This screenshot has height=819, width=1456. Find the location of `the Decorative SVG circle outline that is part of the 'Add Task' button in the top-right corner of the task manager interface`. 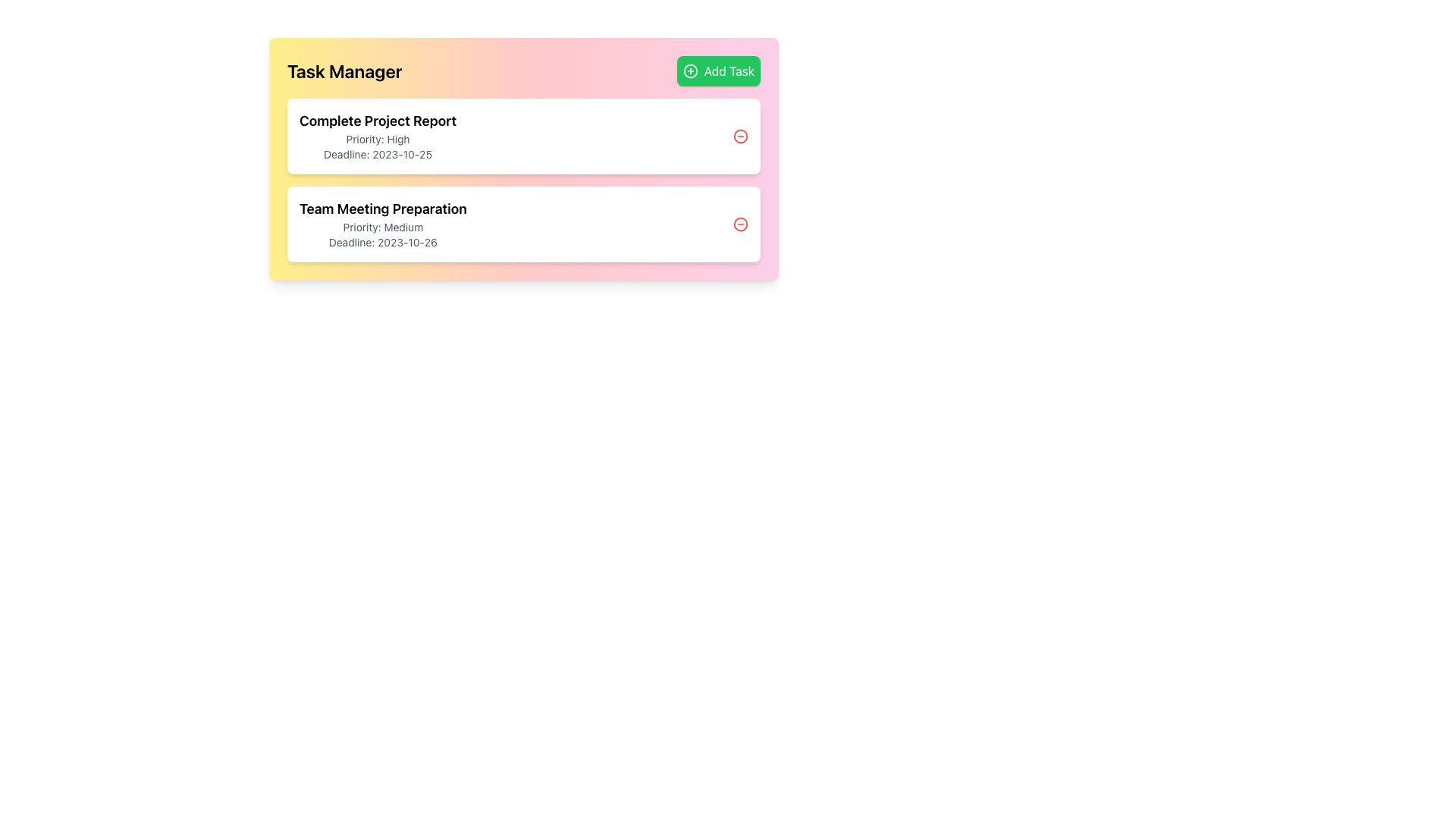

the Decorative SVG circle outline that is part of the 'Add Task' button in the top-right corner of the task manager interface is located at coordinates (689, 71).